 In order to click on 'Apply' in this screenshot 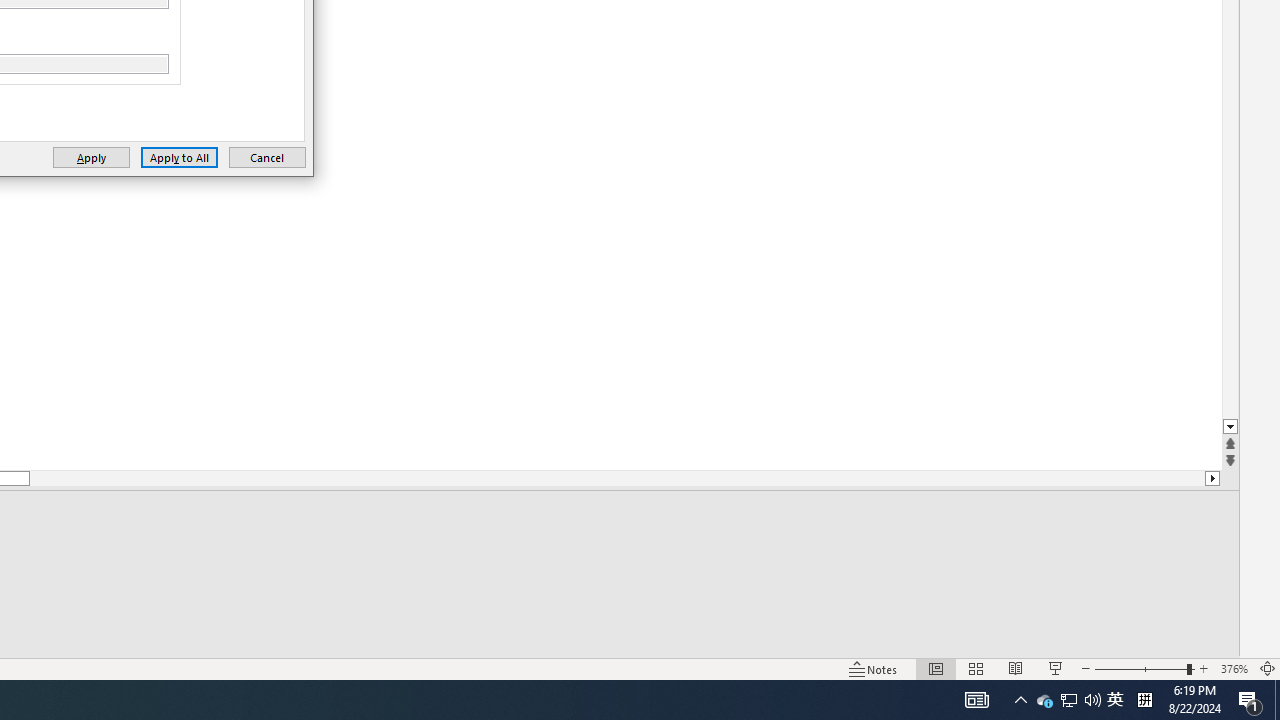, I will do `click(90, 156)`.